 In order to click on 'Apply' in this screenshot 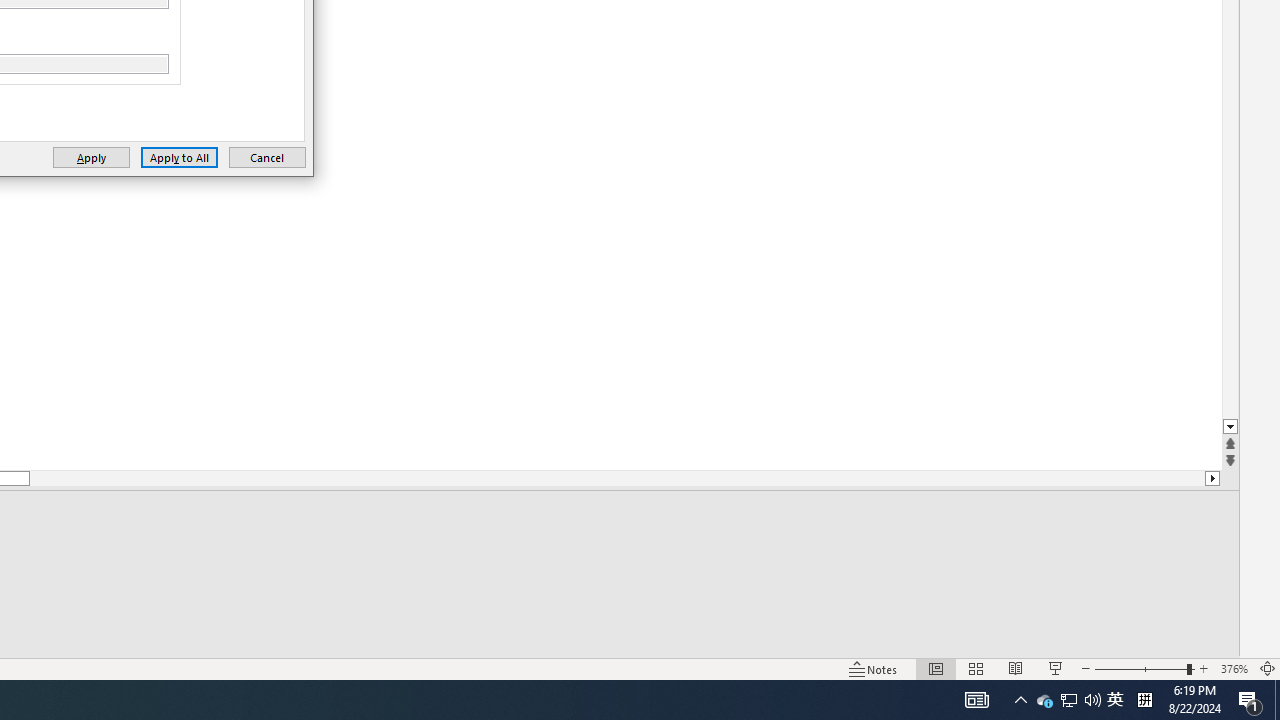, I will do `click(90, 156)`.